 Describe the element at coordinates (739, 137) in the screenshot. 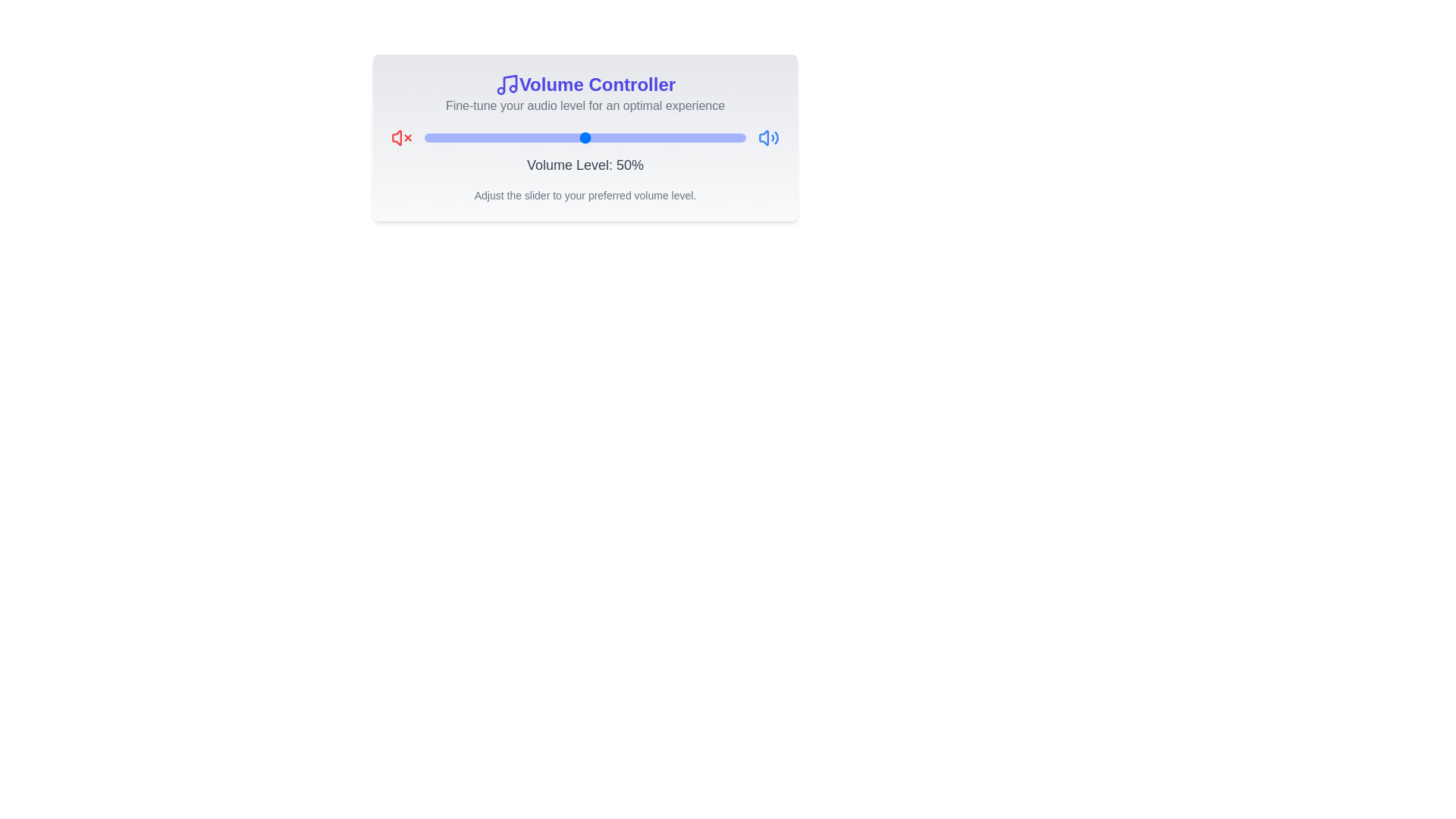

I see `the volume slider to set the volume to 98%` at that location.